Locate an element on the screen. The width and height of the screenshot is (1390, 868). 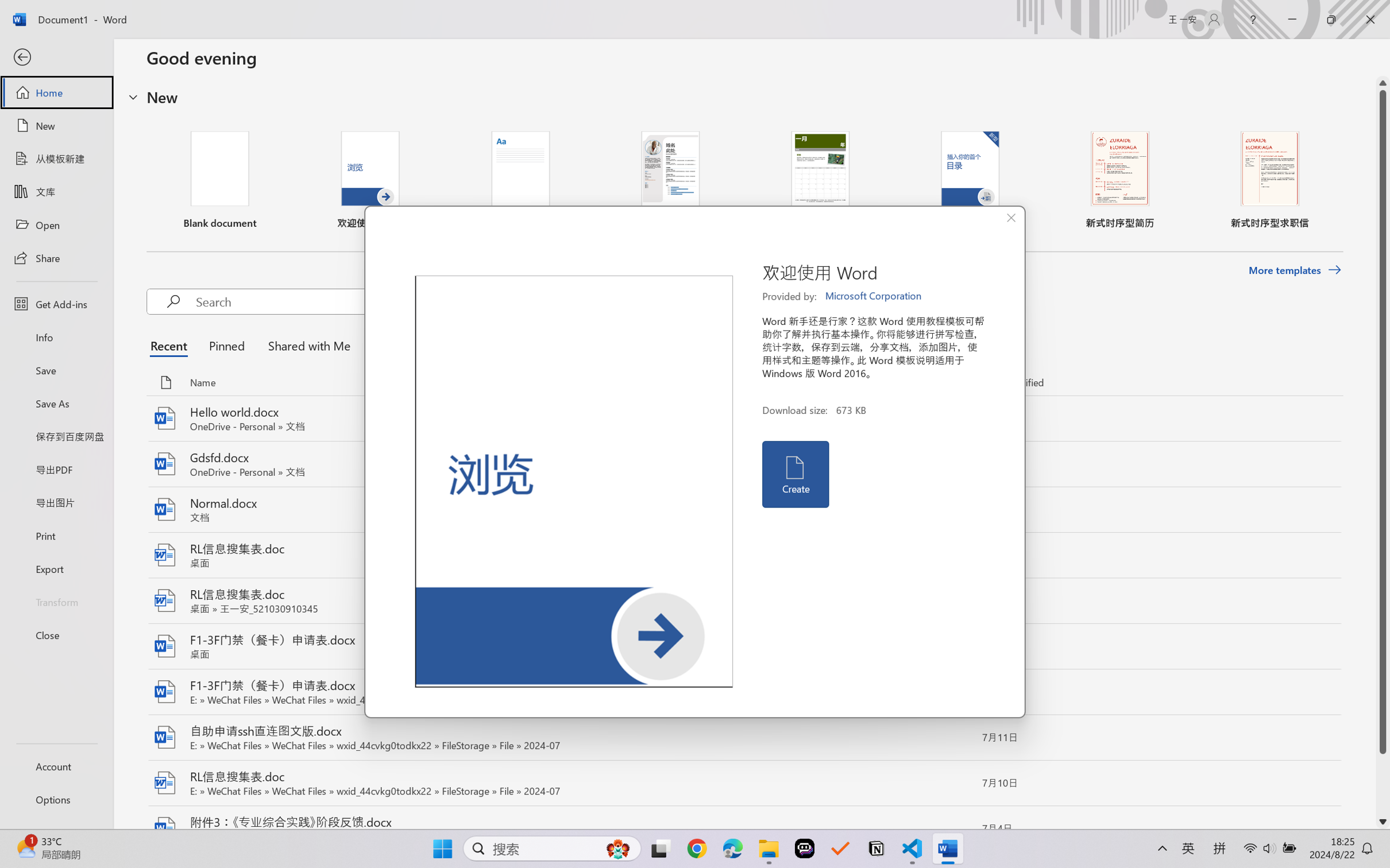
'Options' is located at coordinates (56, 799).